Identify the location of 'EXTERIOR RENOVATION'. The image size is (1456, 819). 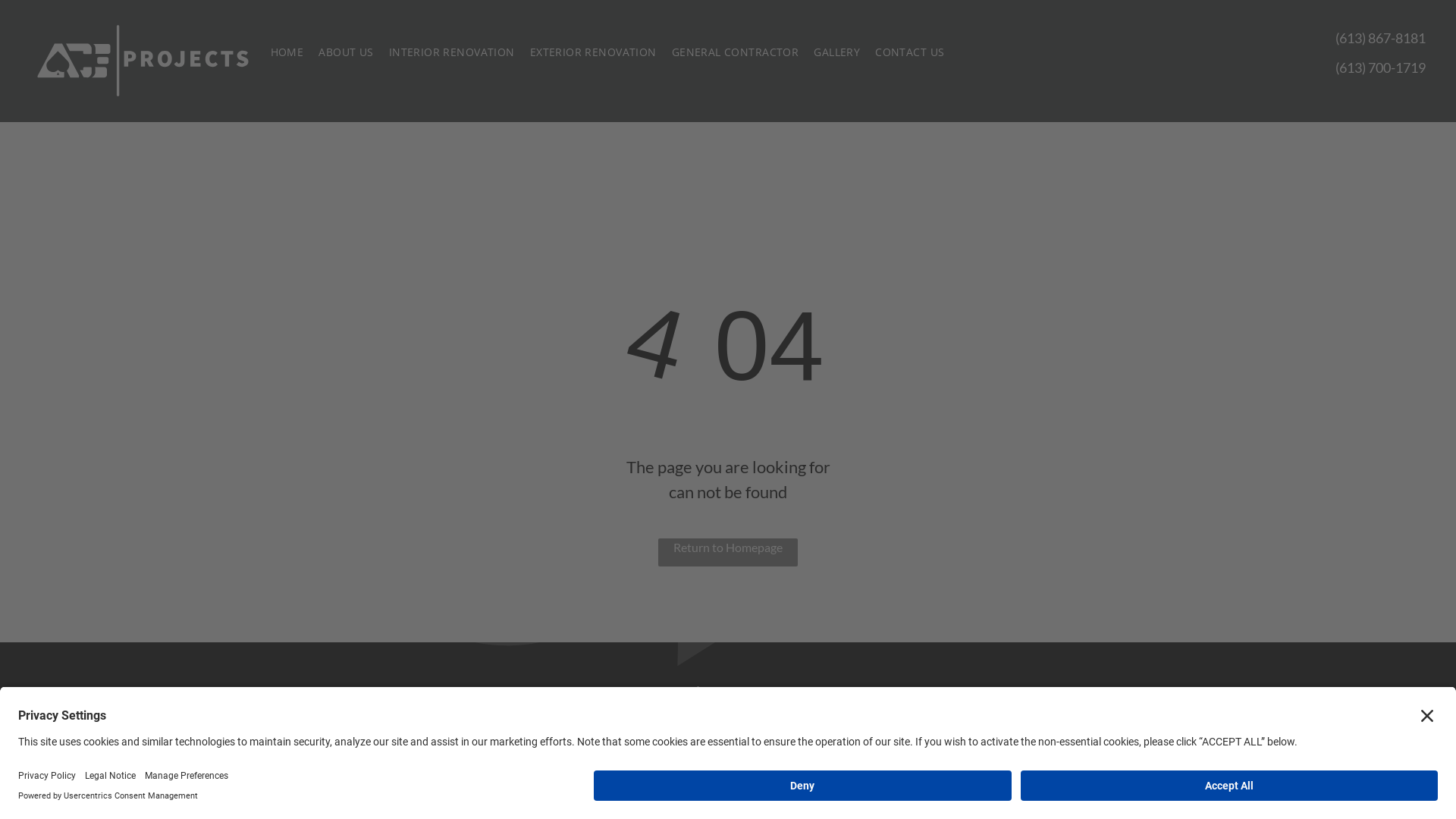
(592, 51).